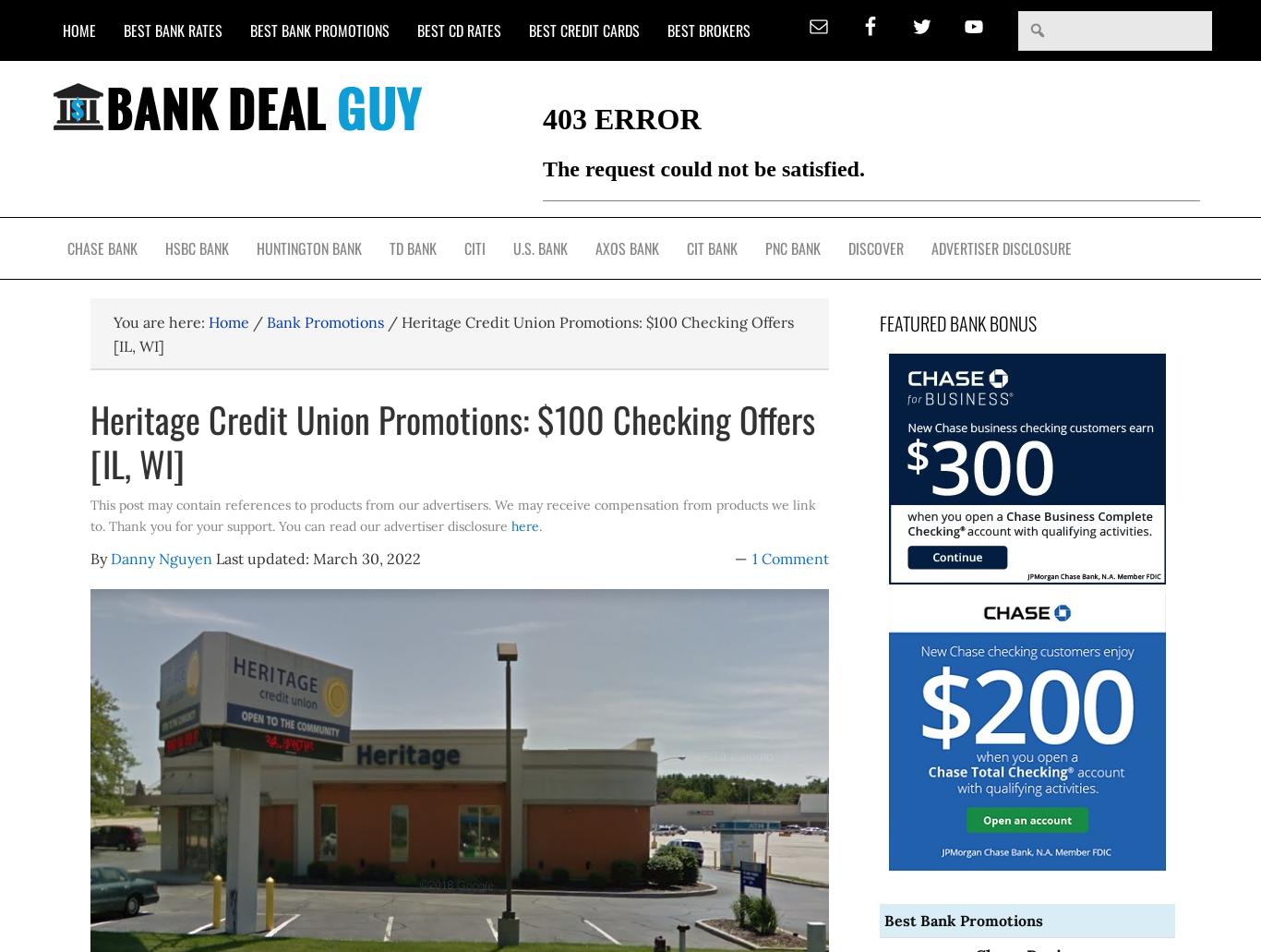  Describe the element at coordinates (764, 247) in the screenshot. I see `'PNC Bank'` at that location.